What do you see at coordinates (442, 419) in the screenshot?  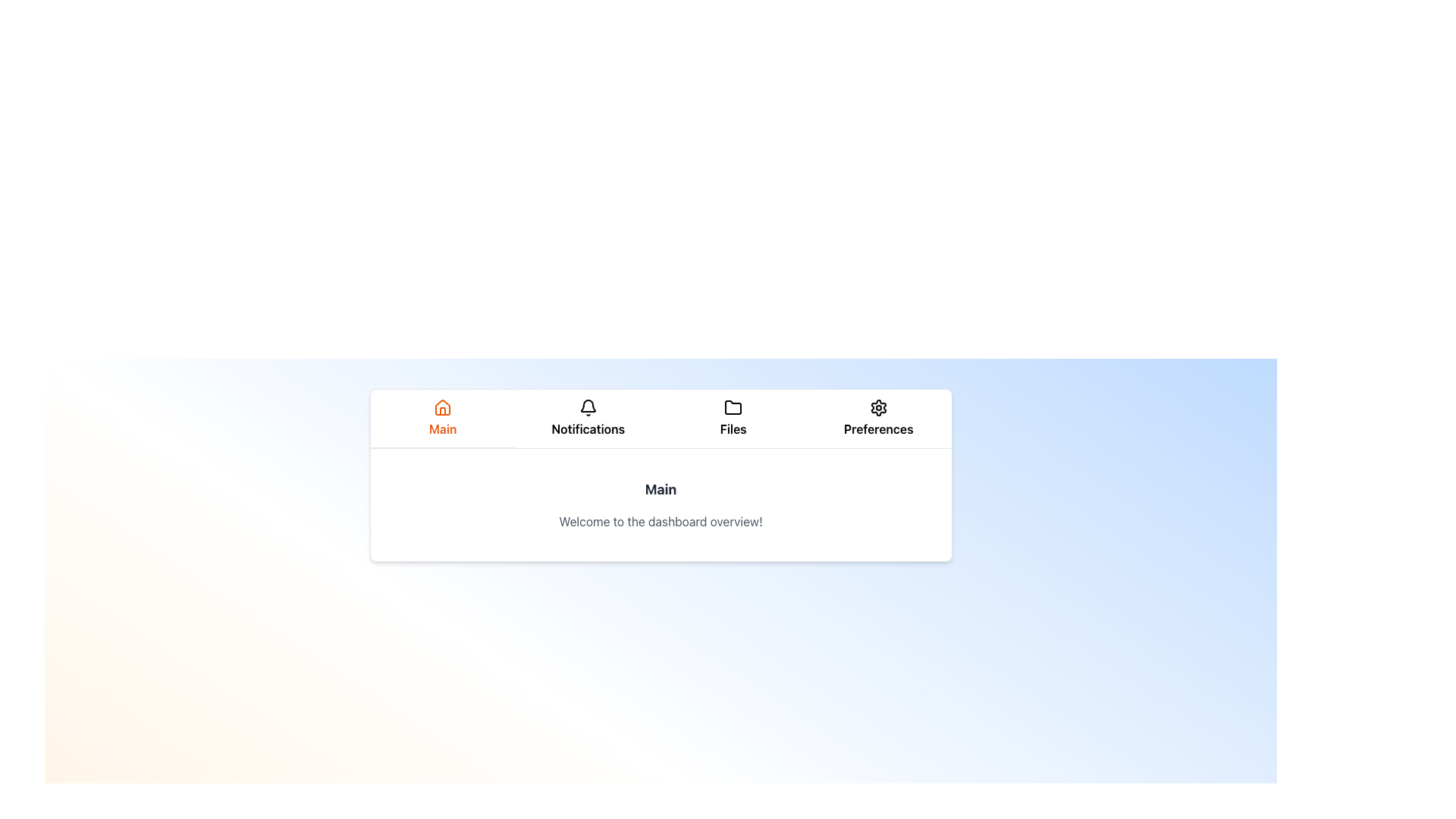 I see `the leftmost navigation button with an icon and supporting text` at bounding box center [442, 419].